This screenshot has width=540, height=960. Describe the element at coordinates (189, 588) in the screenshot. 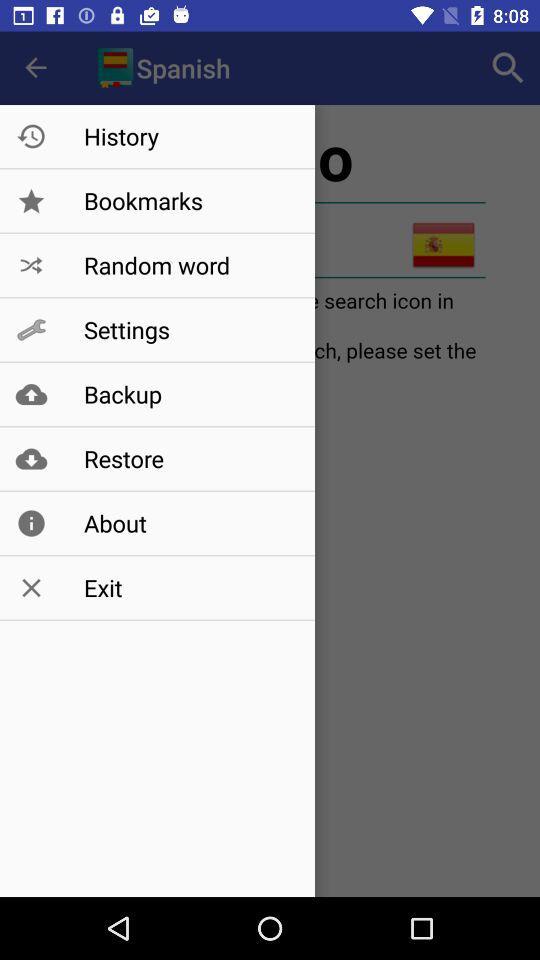

I see `the exit item` at that location.